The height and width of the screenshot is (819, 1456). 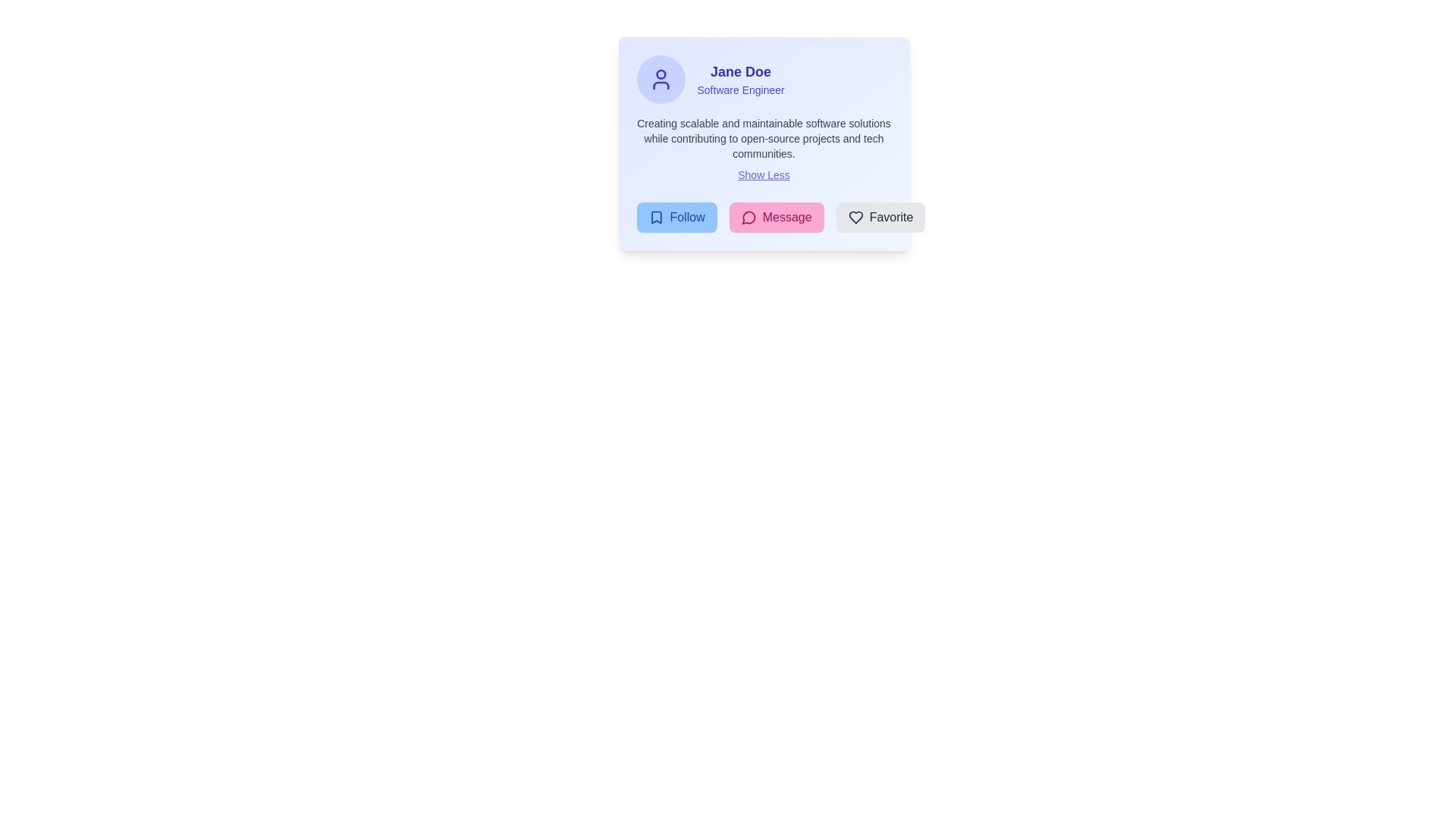 I want to click on the heart-shaped icon with a black outline, which is part of the 'Favorite' button located in the bottom right corner of the user profile card, so click(x=855, y=217).